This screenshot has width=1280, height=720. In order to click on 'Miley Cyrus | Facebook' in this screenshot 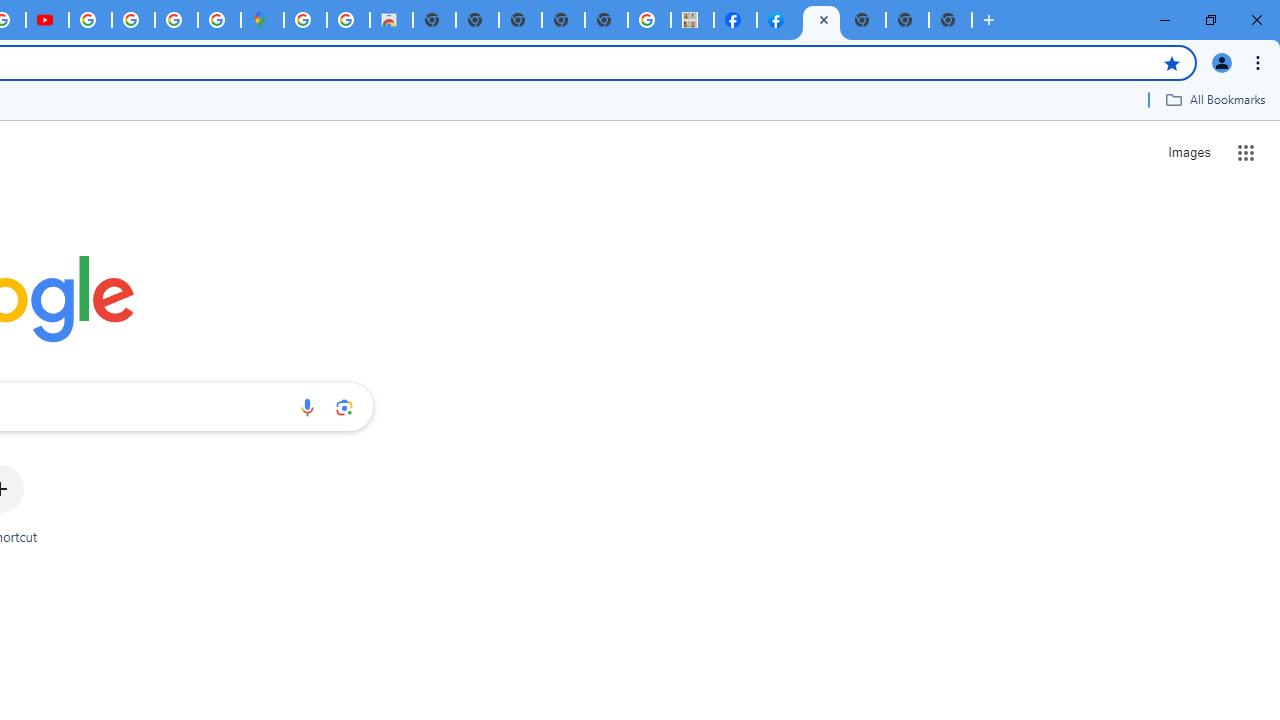, I will do `click(734, 20)`.